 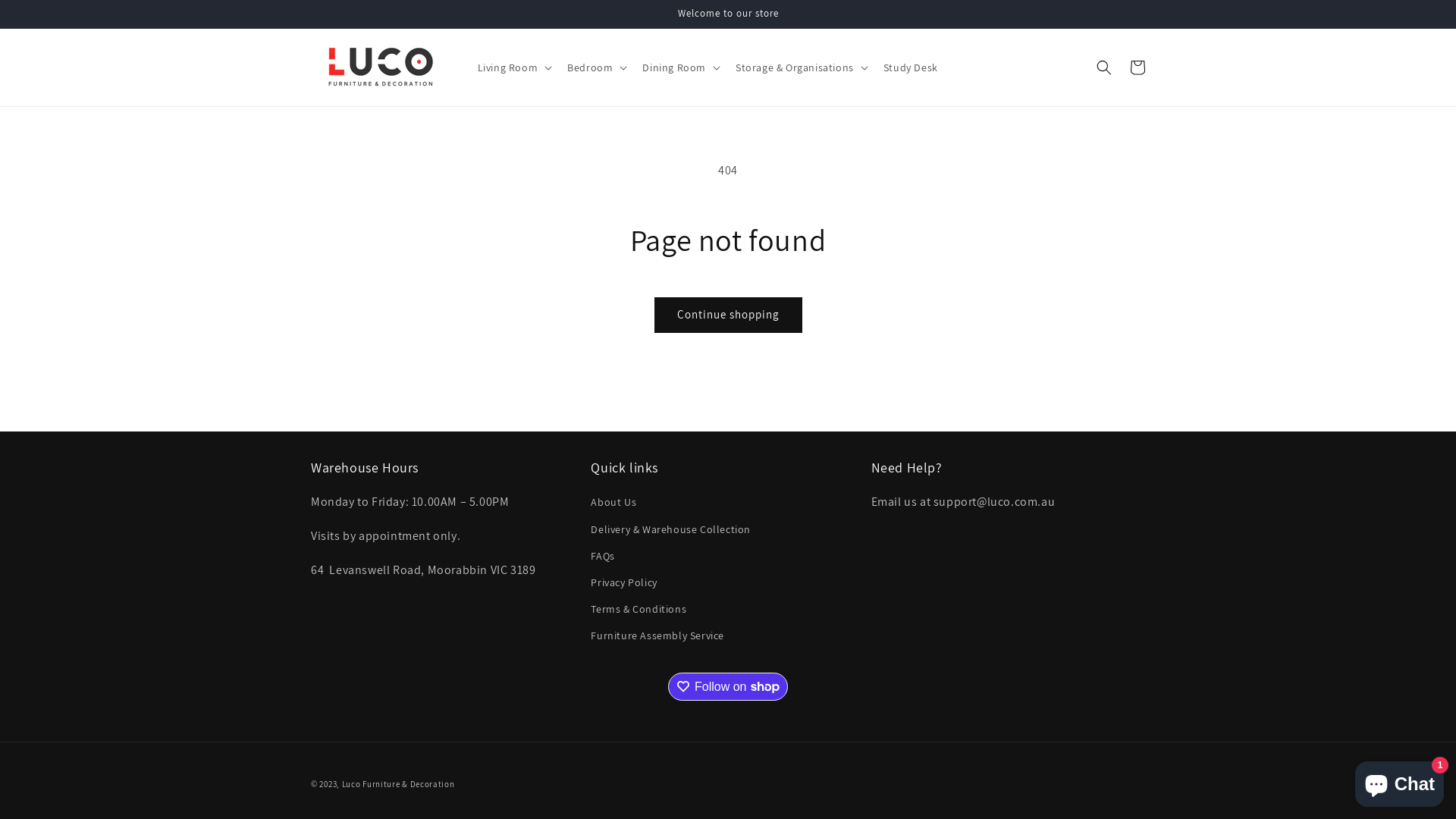 I want to click on 'FAQs', so click(x=601, y=556).